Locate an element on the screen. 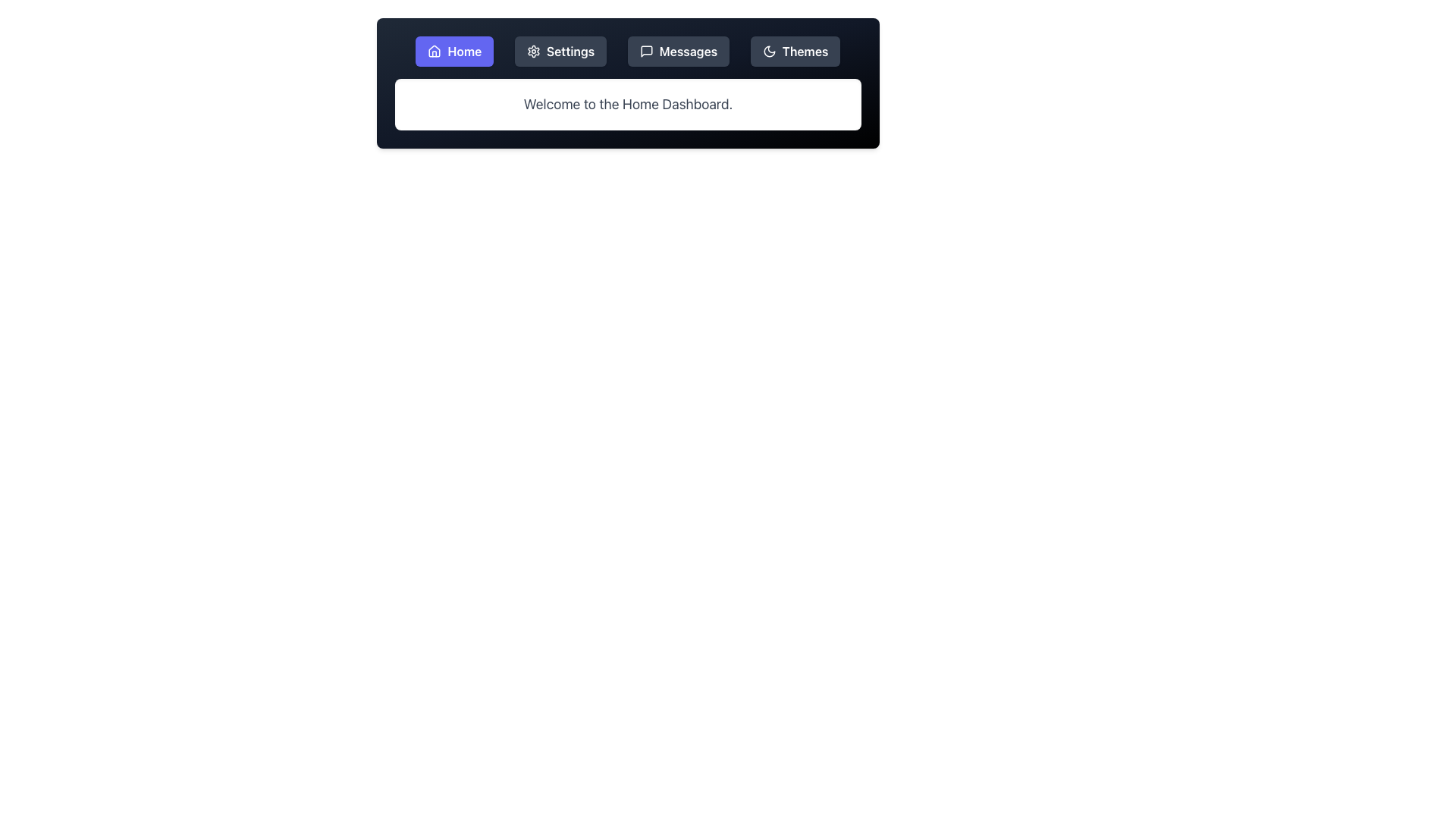 The width and height of the screenshot is (1456, 819). the 'Settings' button, which has a dark gray background and white font is located at coordinates (560, 51).